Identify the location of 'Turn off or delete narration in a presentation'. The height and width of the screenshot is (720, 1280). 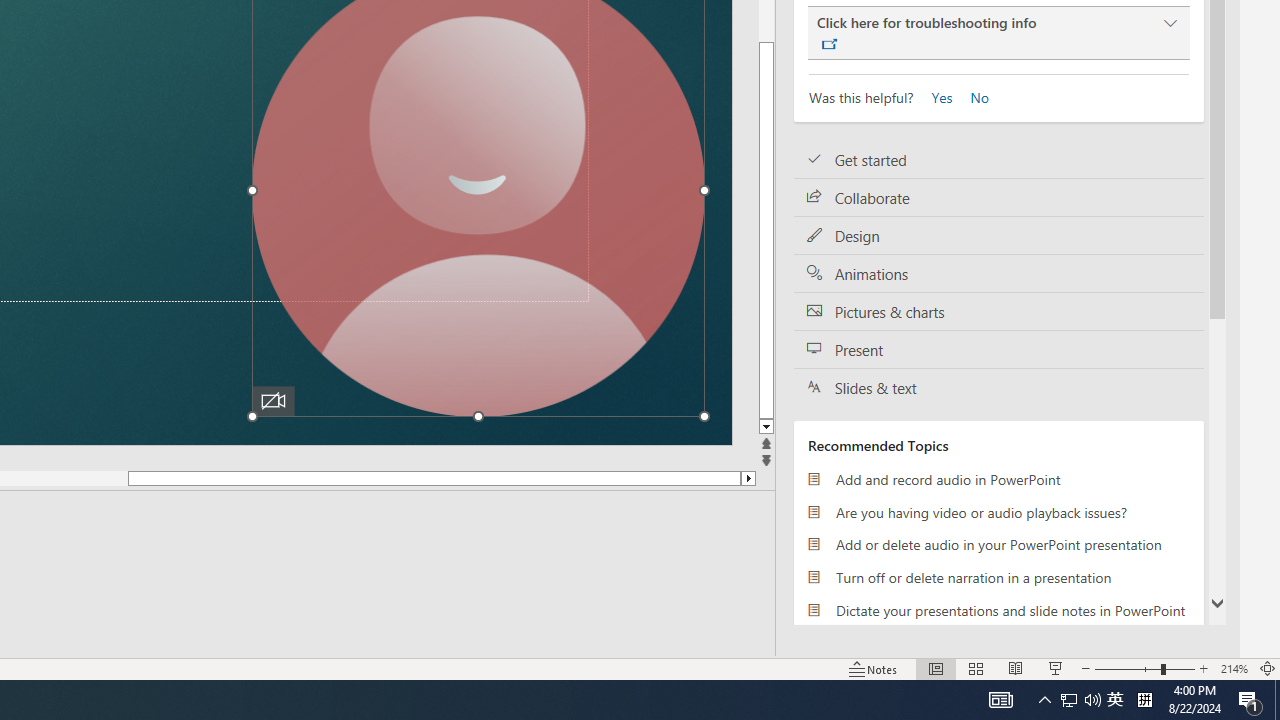
(999, 577).